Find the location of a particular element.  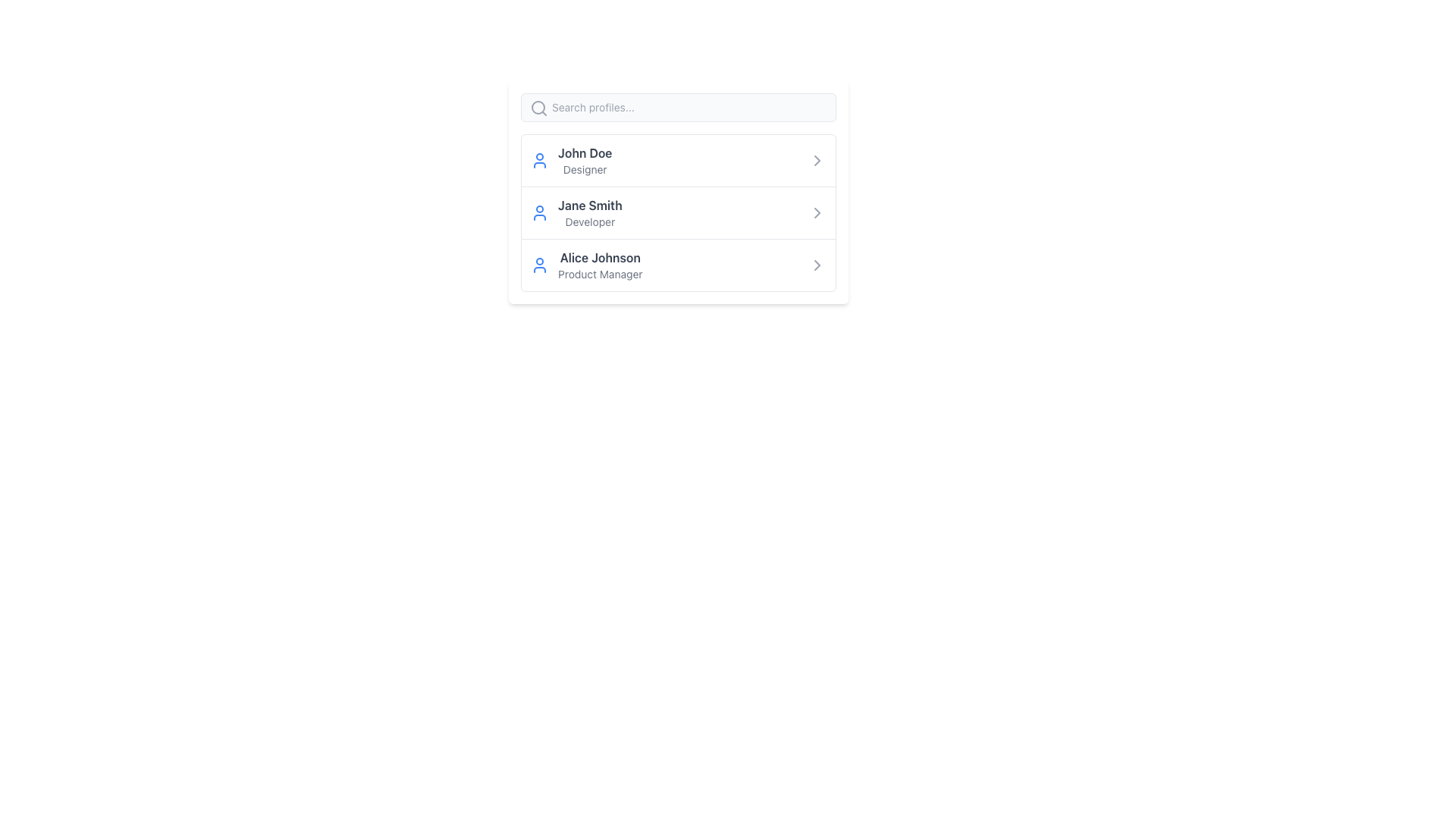

text element displaying the name 'Alice Johnson' which is the upper text component in the user profile list is located at coordinates (599, 256).